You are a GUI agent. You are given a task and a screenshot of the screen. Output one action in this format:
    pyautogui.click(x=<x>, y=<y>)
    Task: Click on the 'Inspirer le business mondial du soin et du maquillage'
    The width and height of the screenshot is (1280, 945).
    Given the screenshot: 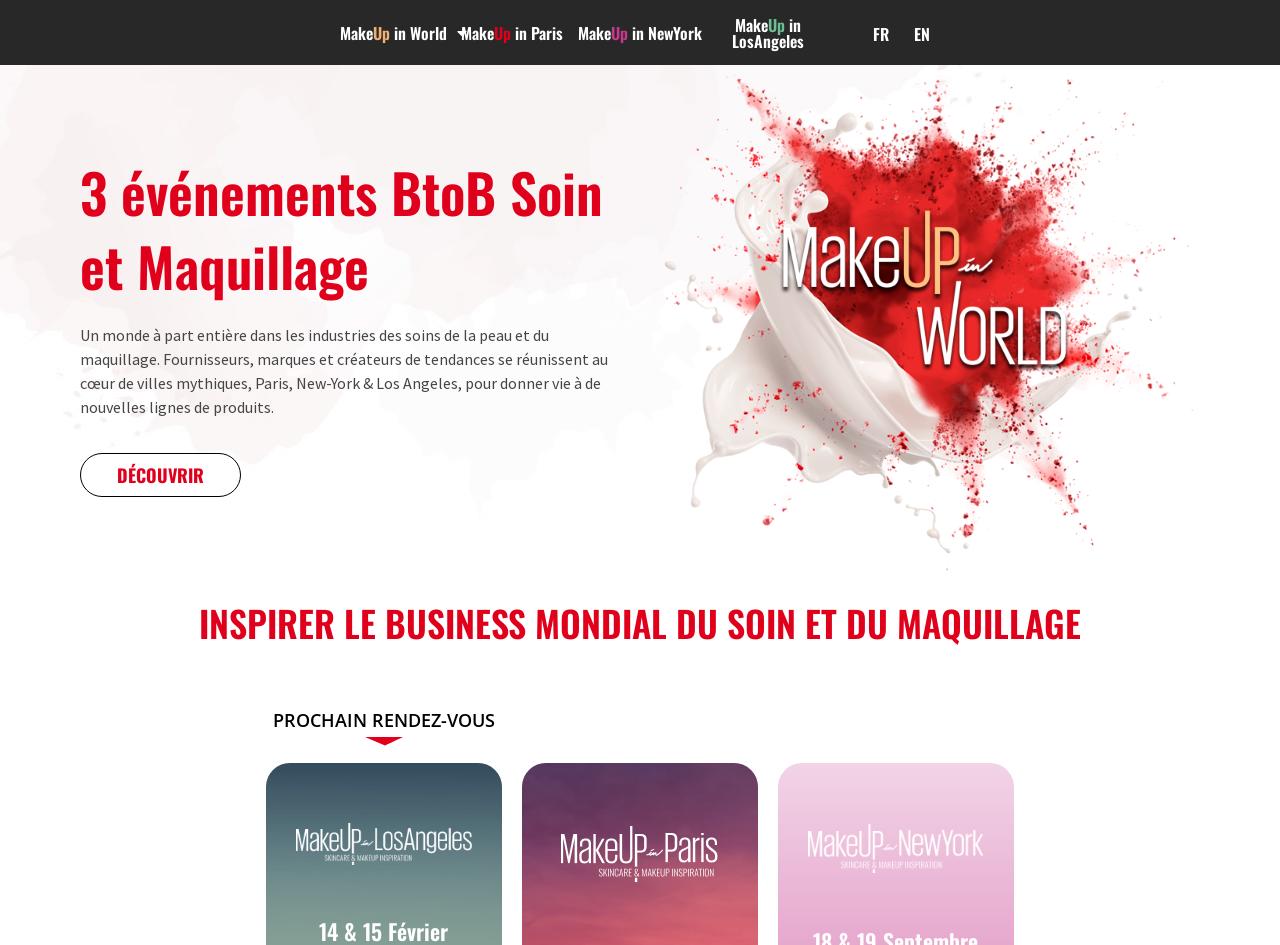 What is the action you would take?
    pyautogui.click(x=640, y=621)
    